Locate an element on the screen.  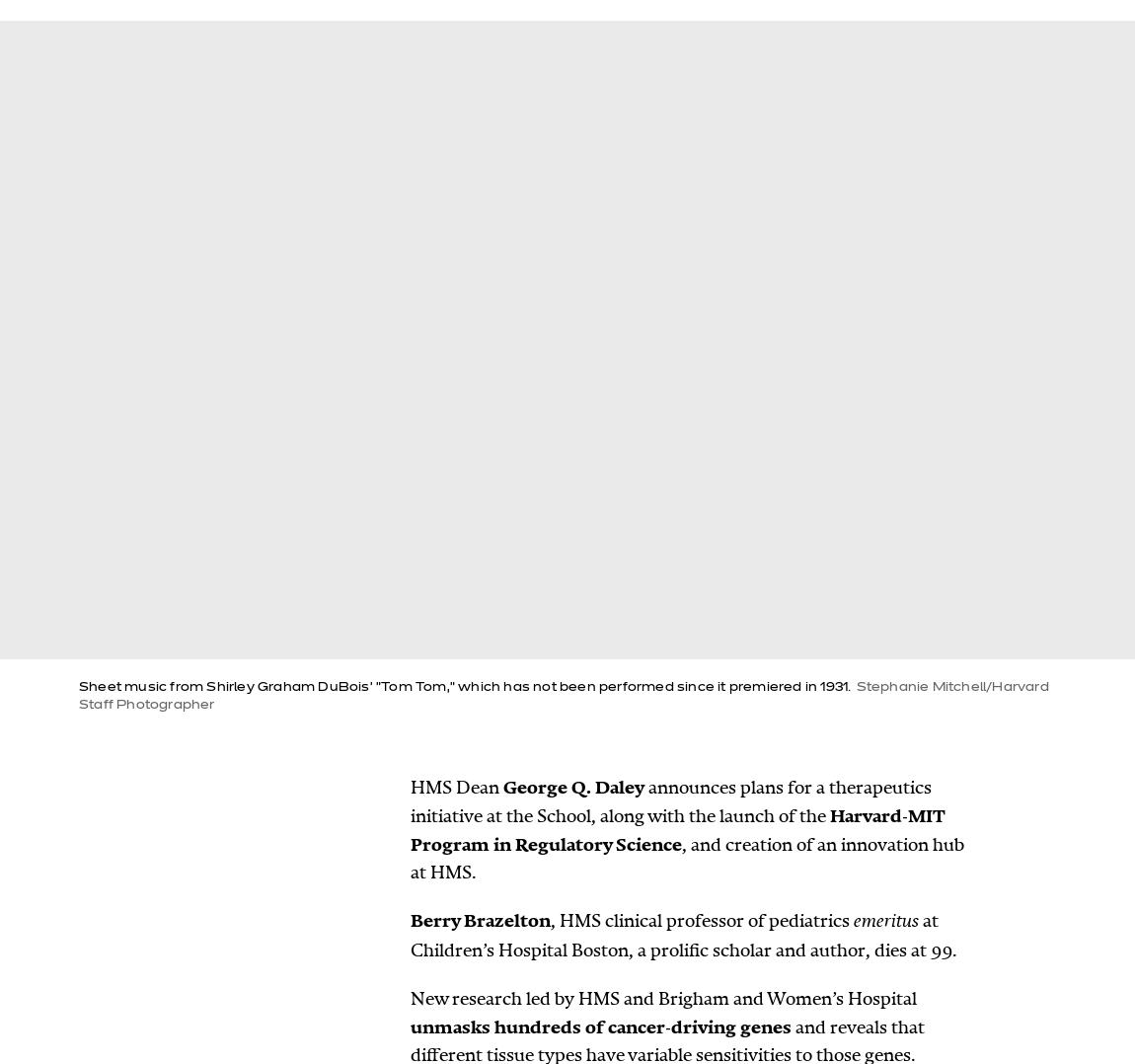
'unmasks hundreds of cancer-driving genes' is located at coordinates (600, 1025).